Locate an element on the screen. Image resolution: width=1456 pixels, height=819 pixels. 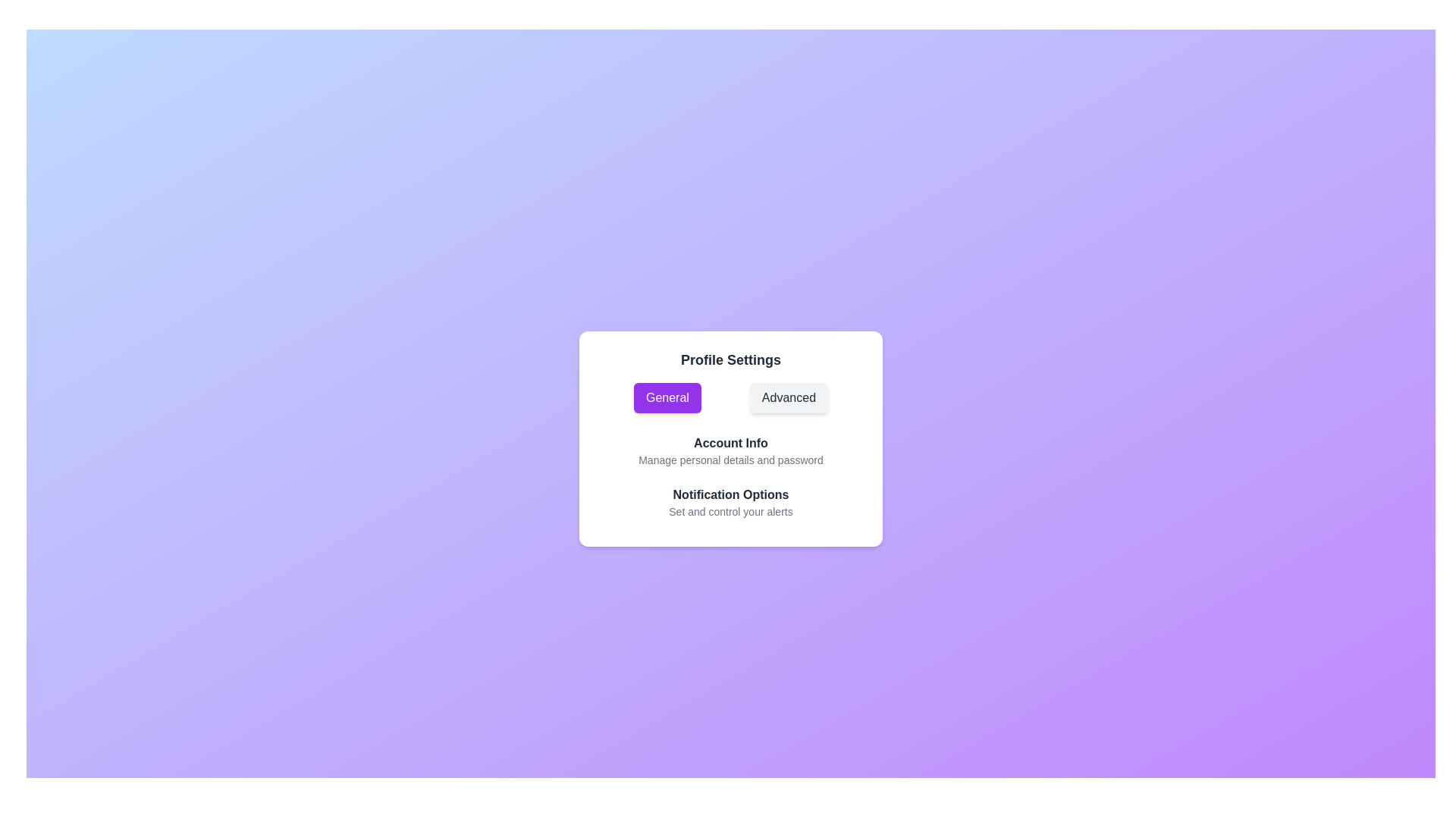
the option Account Info under the selected category is located at coordinates (731, 444).